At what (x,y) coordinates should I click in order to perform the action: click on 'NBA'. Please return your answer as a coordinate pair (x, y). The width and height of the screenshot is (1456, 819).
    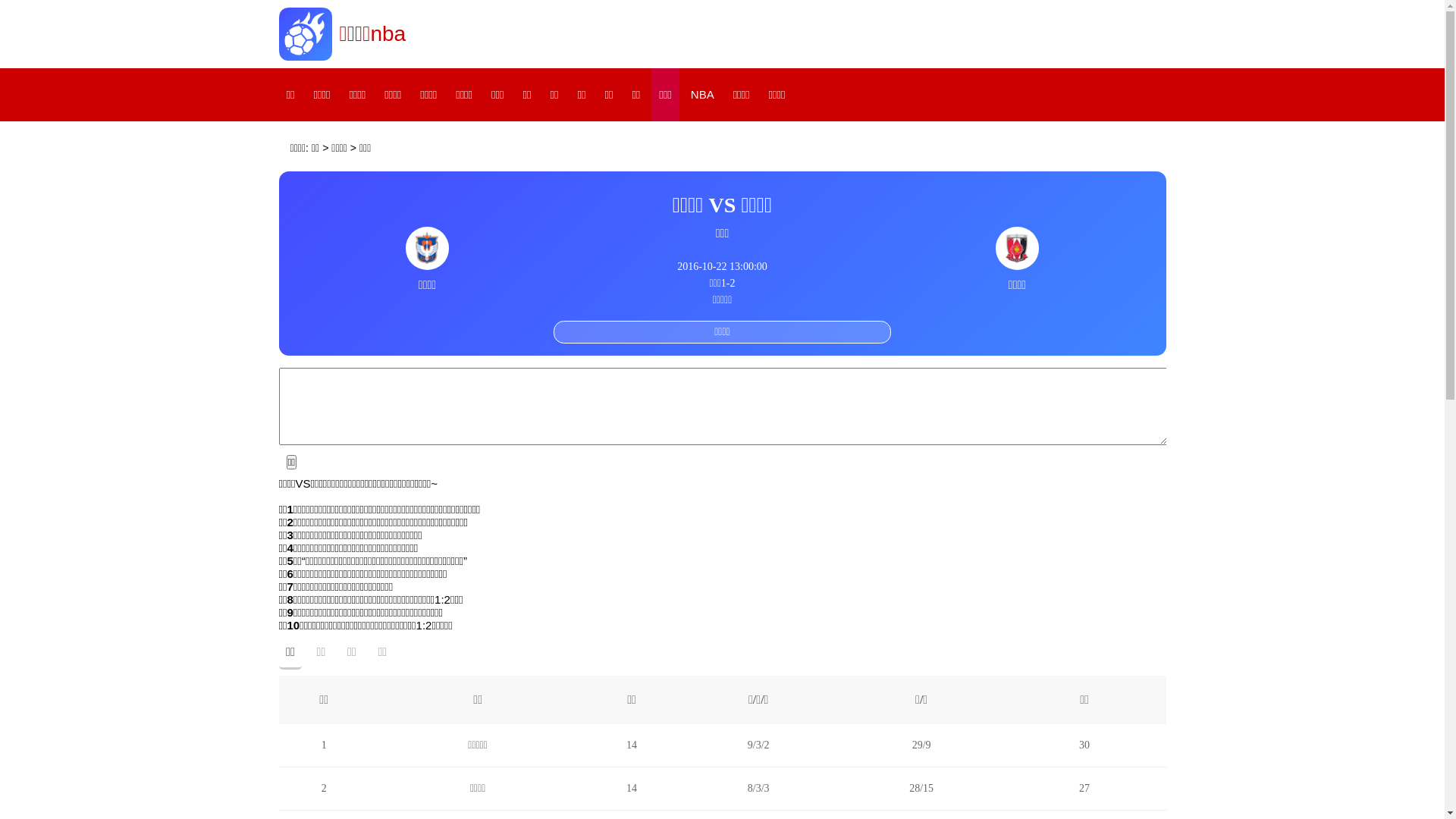
    Looking at the image, I should click on (701, 94).